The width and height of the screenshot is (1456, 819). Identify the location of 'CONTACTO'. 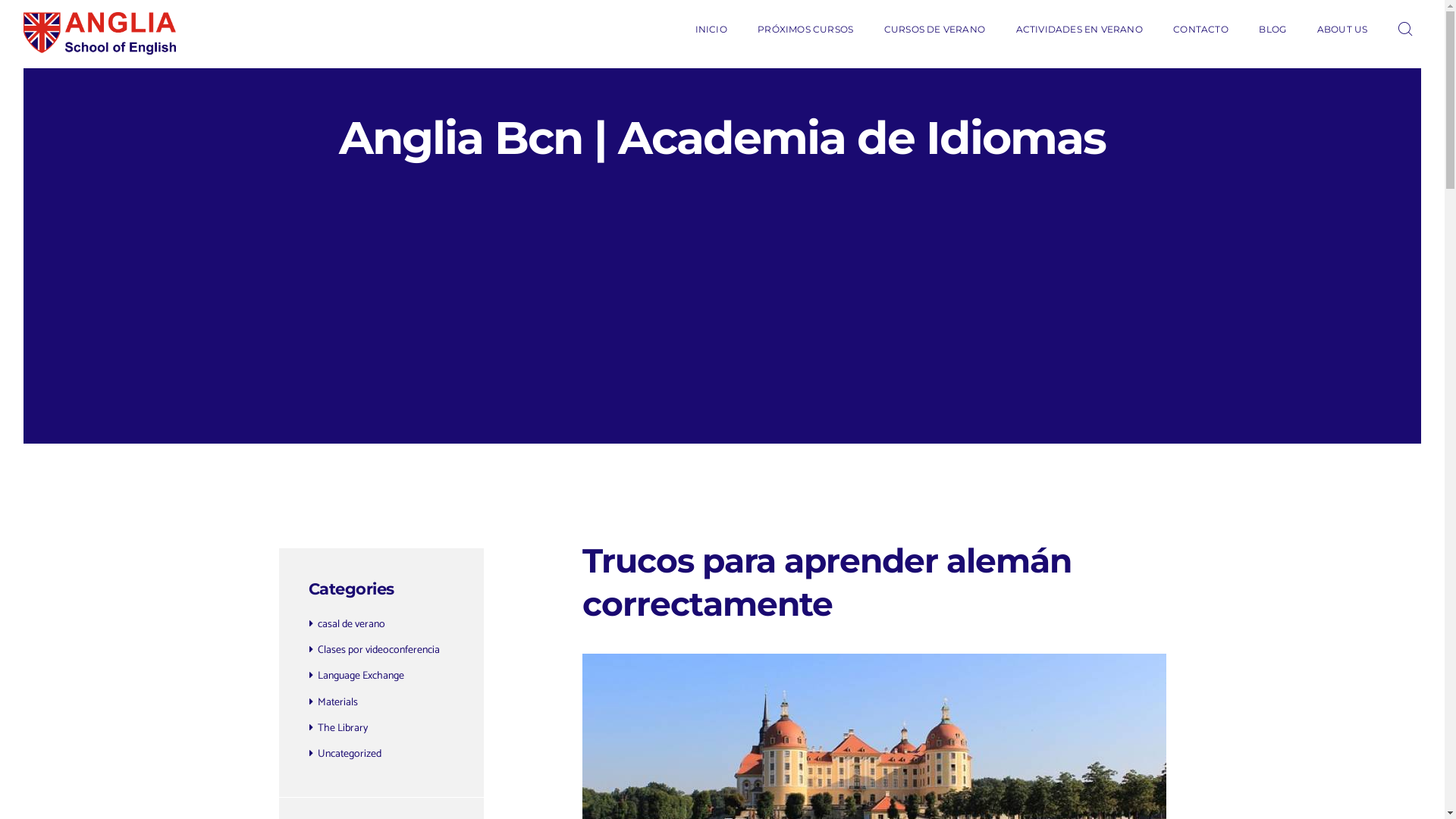
(1200, 29).